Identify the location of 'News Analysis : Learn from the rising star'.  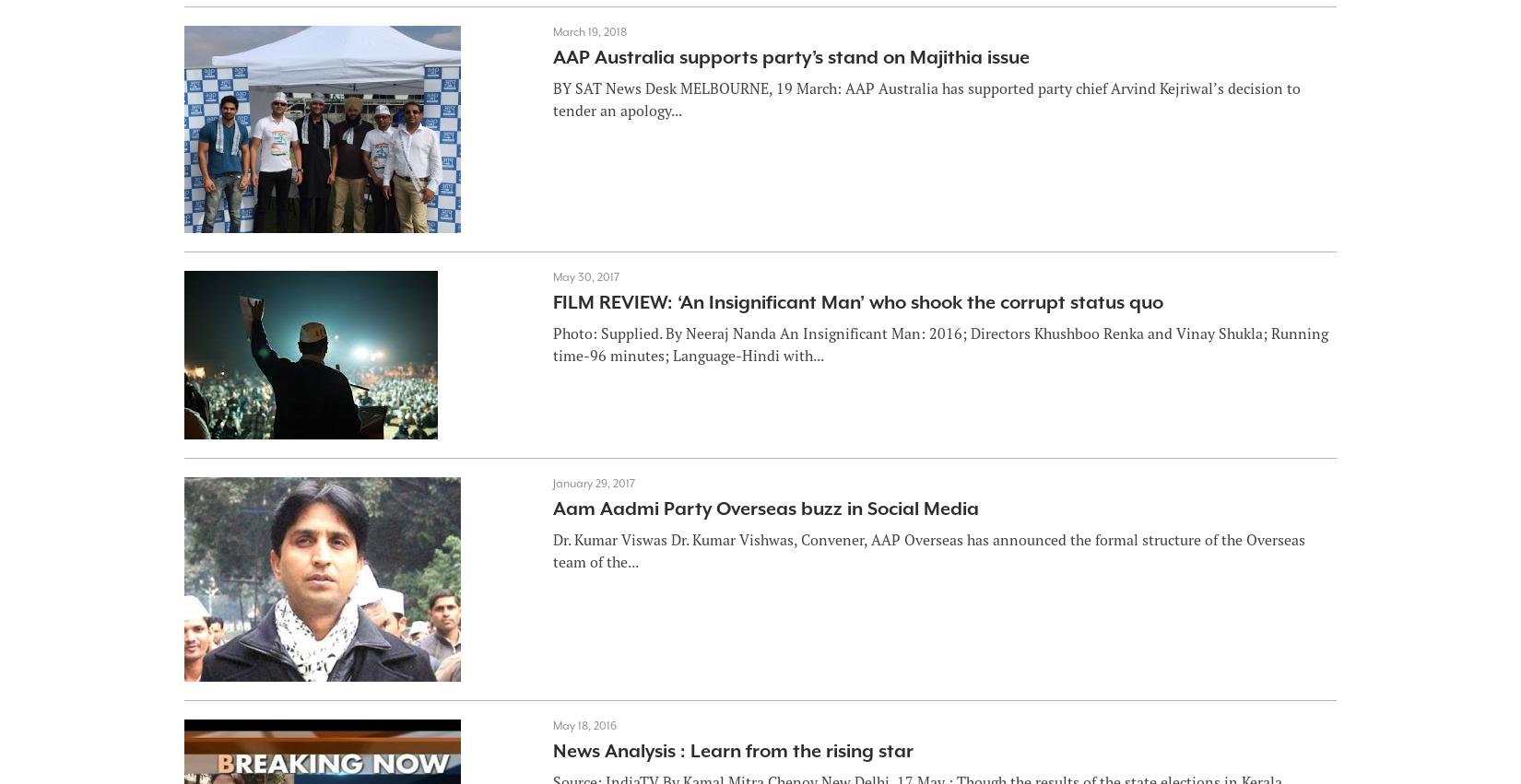
(550, 751).